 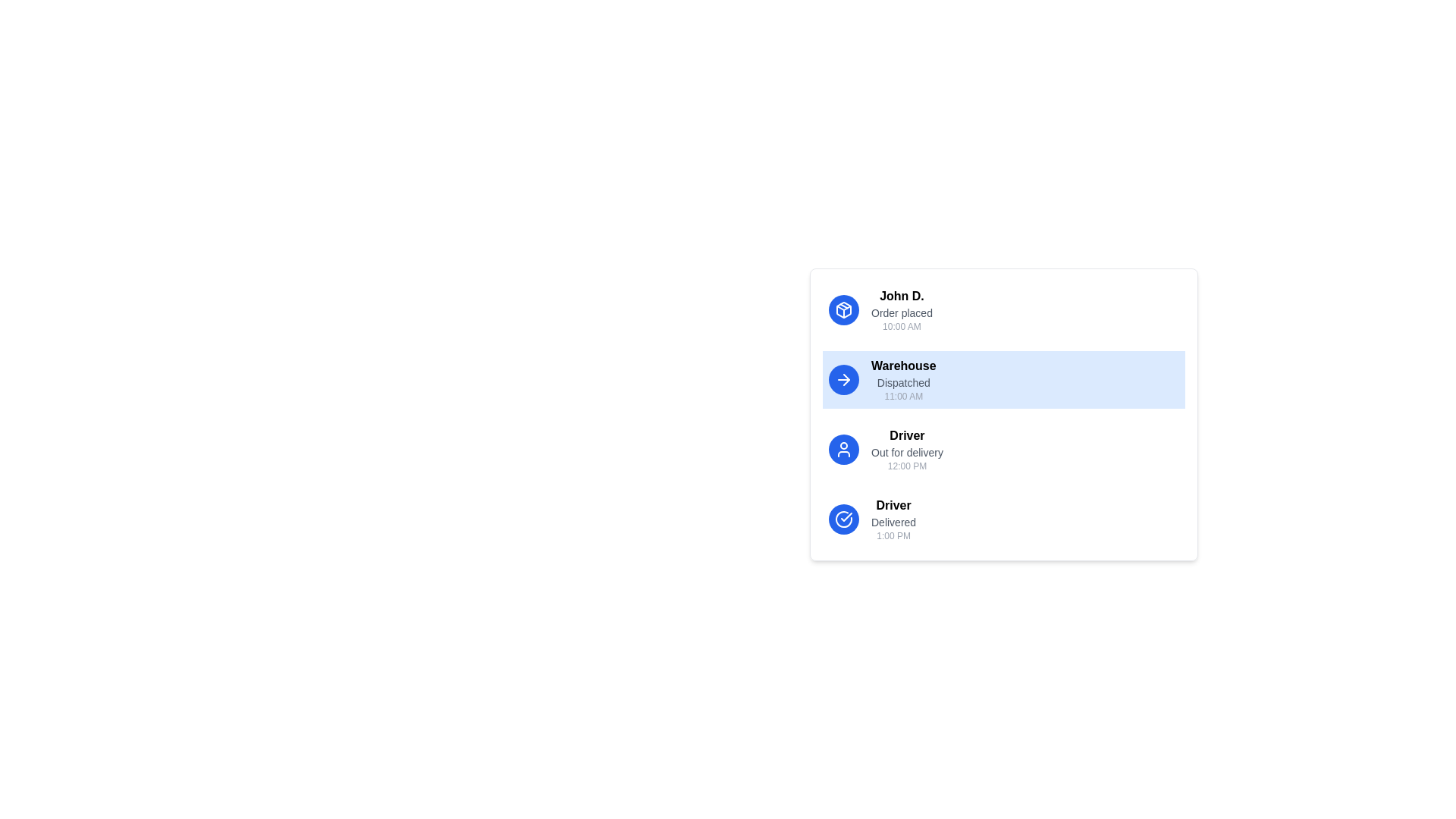 What do you see at coordinates (846, 516) in the screenshot?
I see `the completion icon for the 'Warehouse' status, which is located within a blue circular background at the center of the 'Warehouse' row in the list` at bounding box center [846, 516].